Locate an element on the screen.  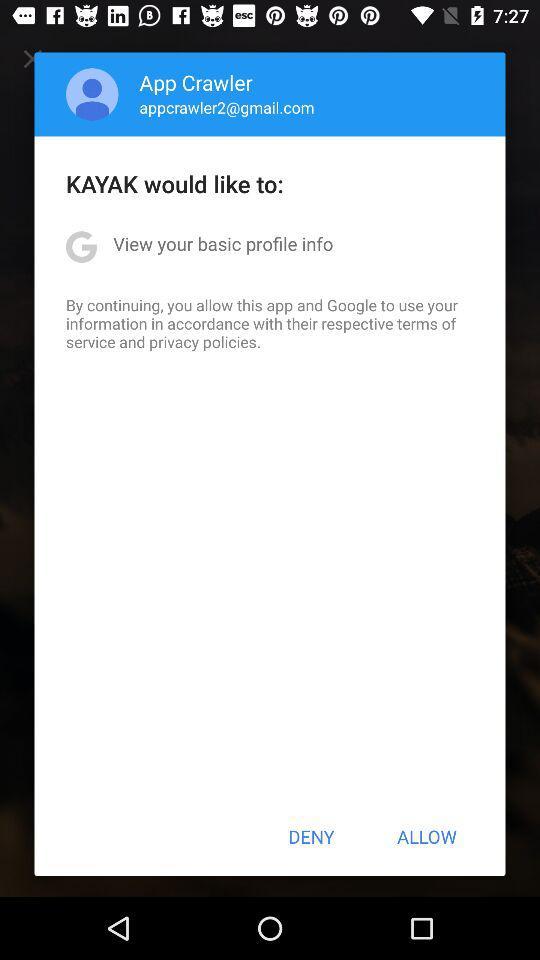
icon next to app crawler icon is located at coordinates (91, 94).